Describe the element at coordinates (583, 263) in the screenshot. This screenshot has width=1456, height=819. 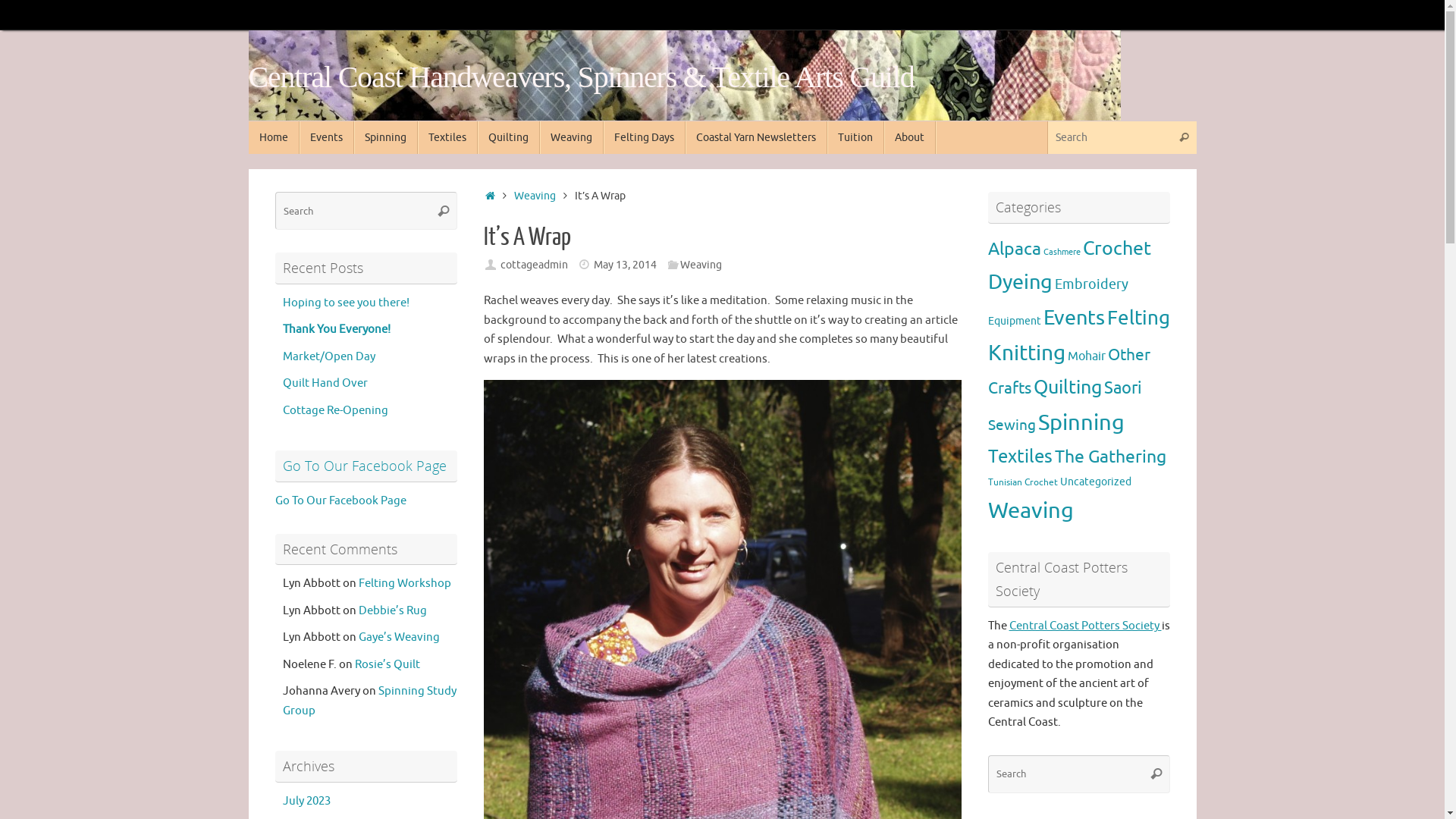
I see `'Date'` at that location.